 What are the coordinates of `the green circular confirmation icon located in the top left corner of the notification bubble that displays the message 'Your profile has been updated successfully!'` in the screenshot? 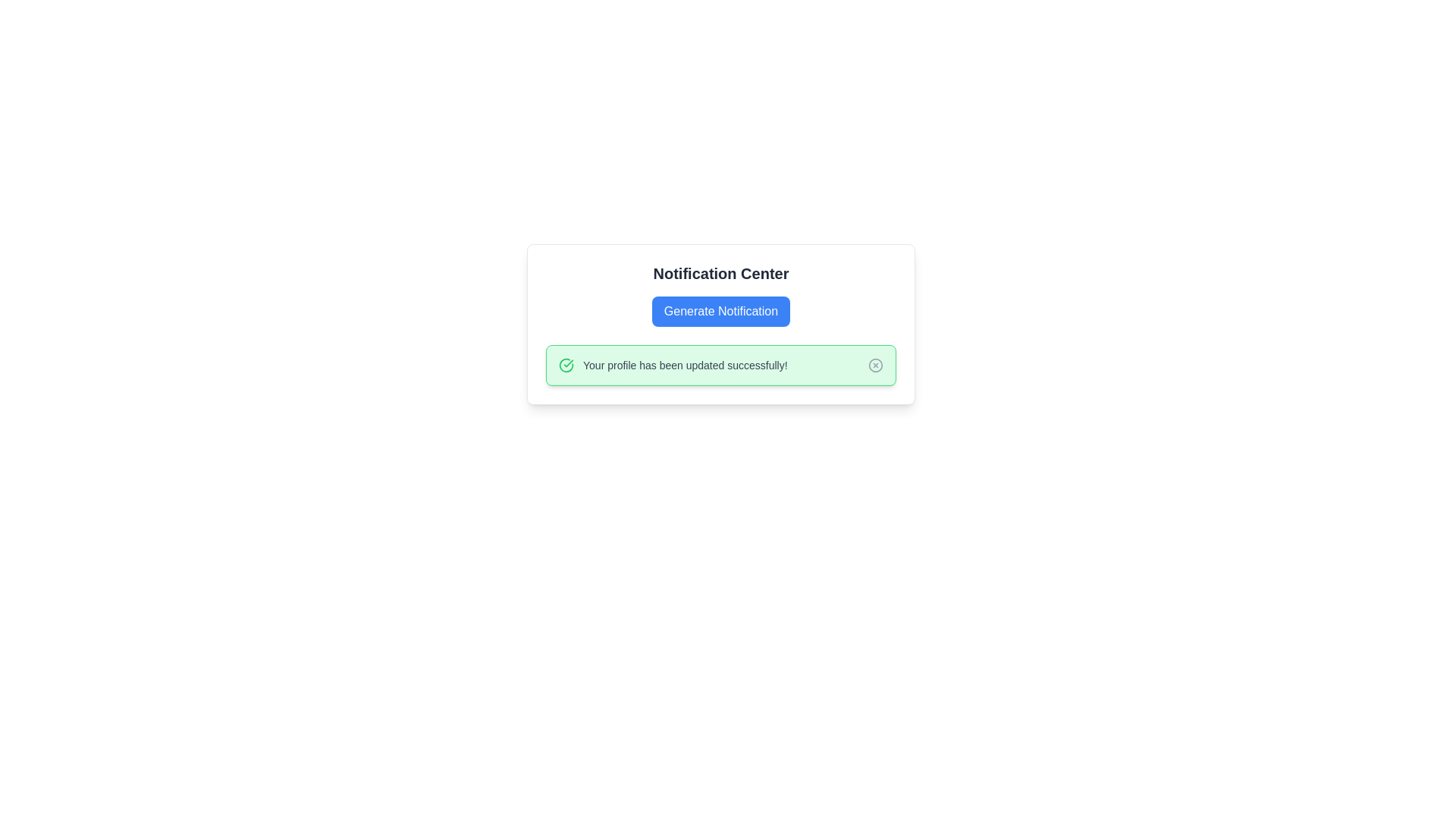 It's located at (566, 366).